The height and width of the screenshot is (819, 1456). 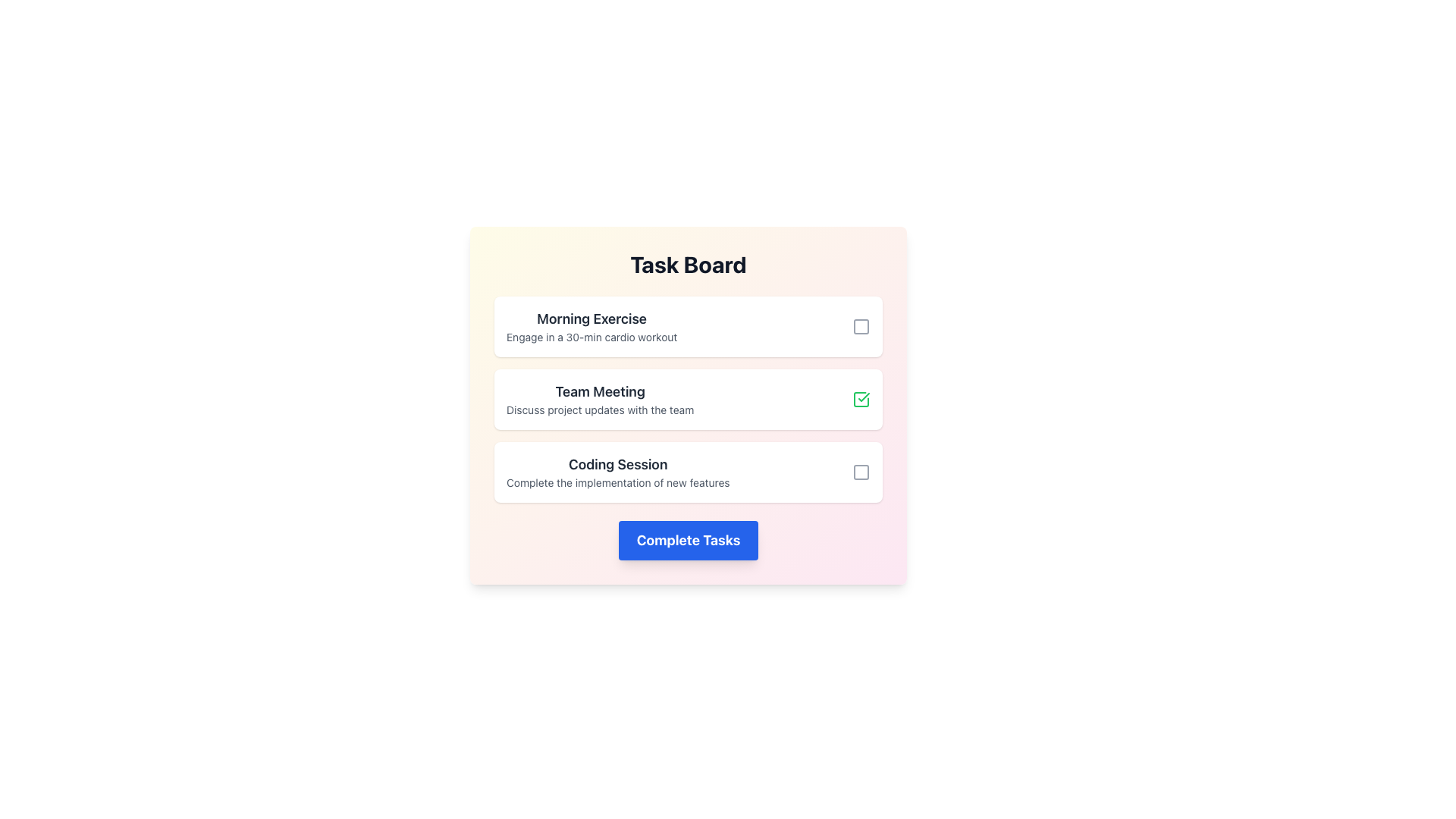 What do you see at coordinates (861, 326) in the screenshot?
I see `the checkbox located at the top-right corner of the 'Morning Exercise' list item in the 'Task Board'` at bounding box center [861, 326].